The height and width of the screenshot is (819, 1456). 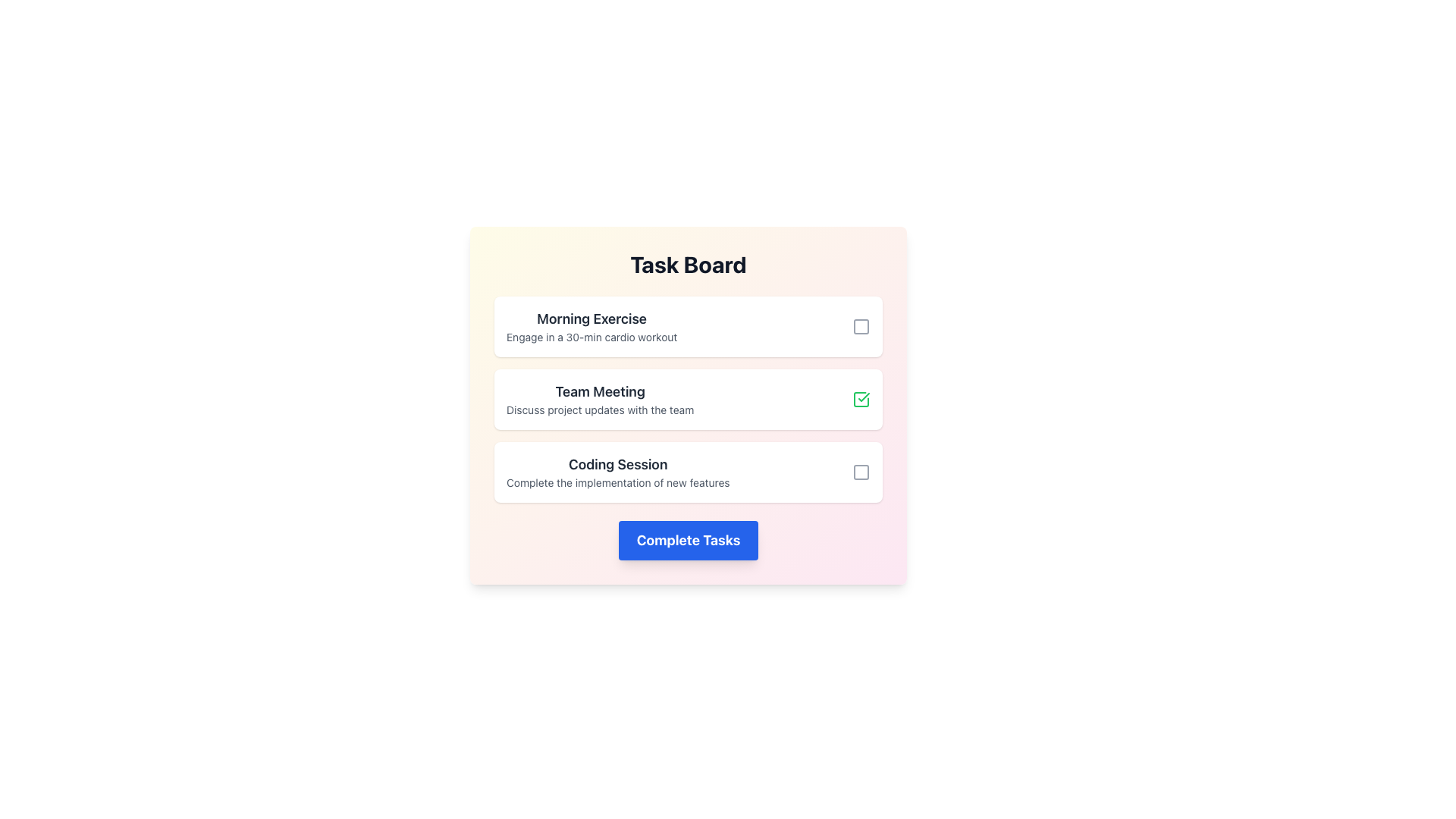 What do you see at coordinates (861, 326) in the screenshot?
I see `the checkbox located at the top-right corner of the 'Morning Exercise' list item in the 'Task Board'` at bounding box center [861, 326].